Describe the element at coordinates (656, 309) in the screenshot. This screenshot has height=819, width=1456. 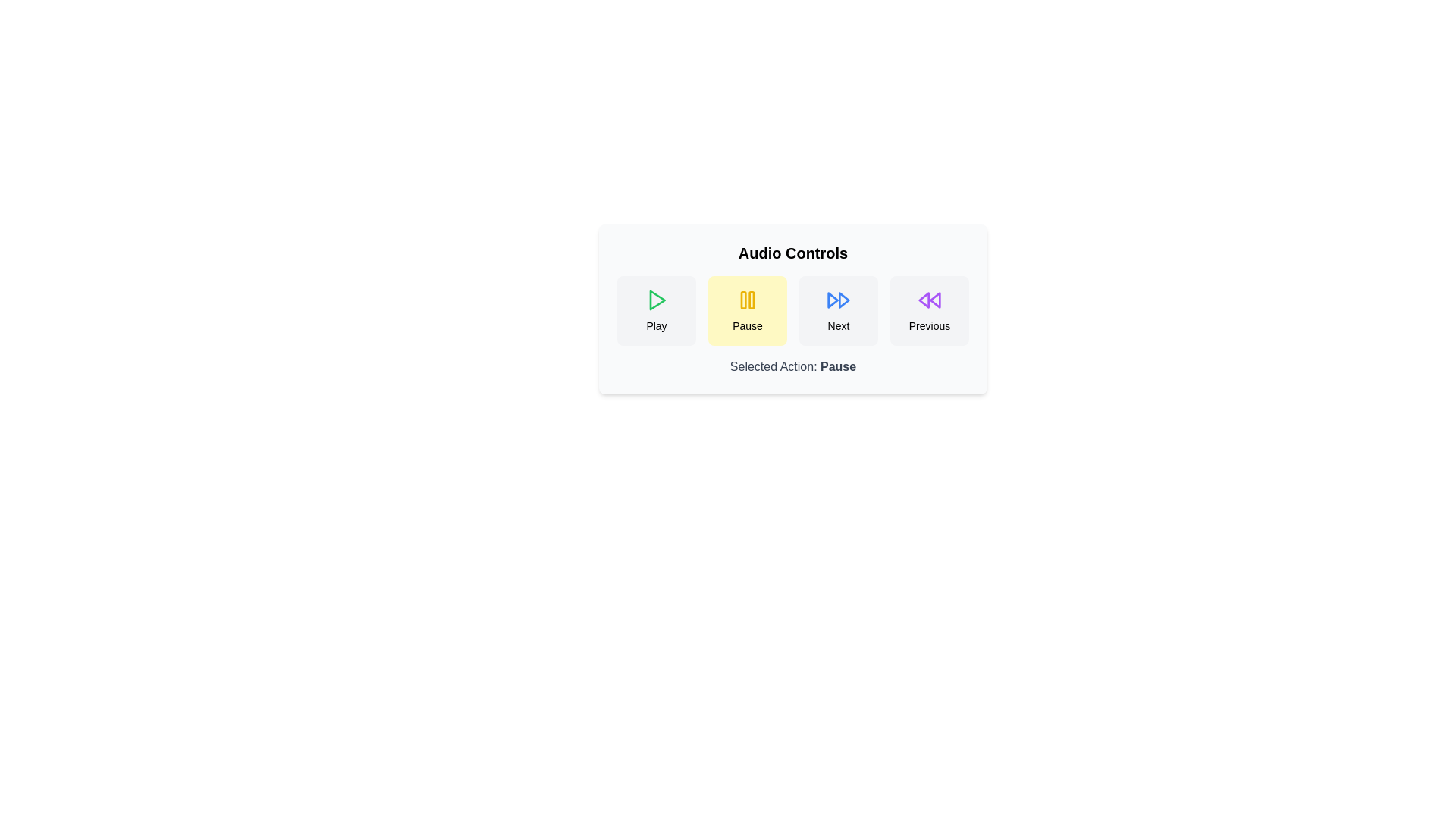
I see `the Play button to observe the hover effect` at that location.